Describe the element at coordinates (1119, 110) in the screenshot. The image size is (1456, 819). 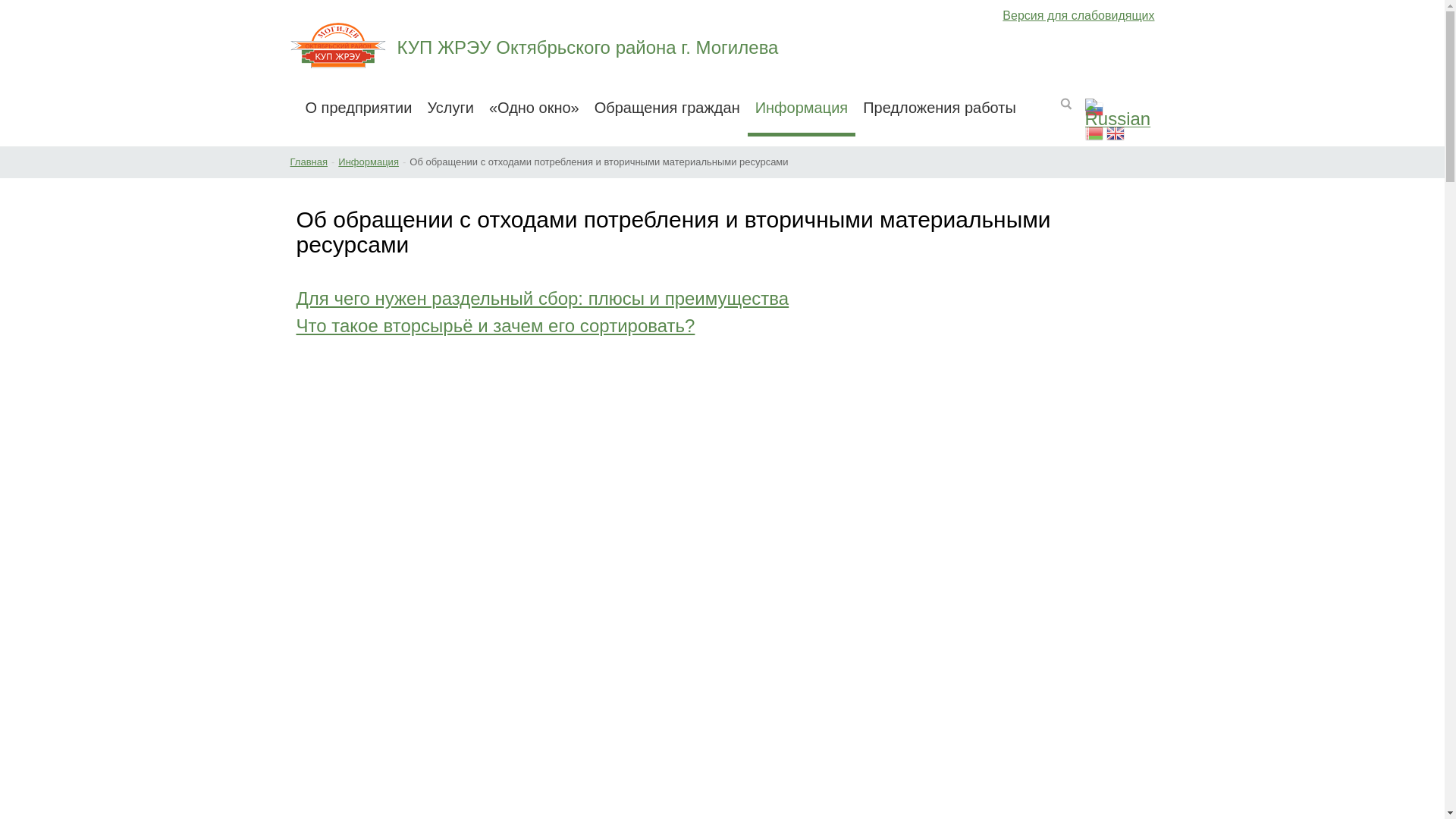
I see `'Russian'` at that location.